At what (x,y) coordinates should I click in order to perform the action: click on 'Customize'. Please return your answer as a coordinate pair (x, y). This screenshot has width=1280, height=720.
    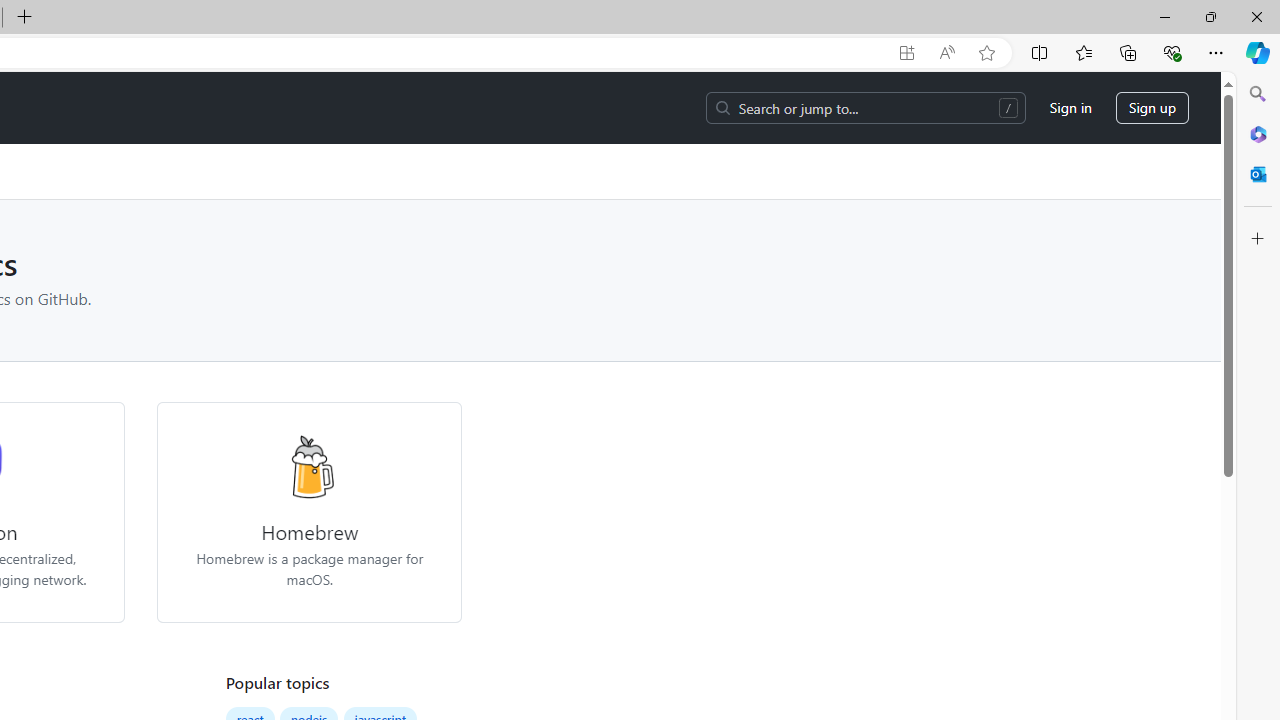
    Looking at the image, I should click on (1257, 238).